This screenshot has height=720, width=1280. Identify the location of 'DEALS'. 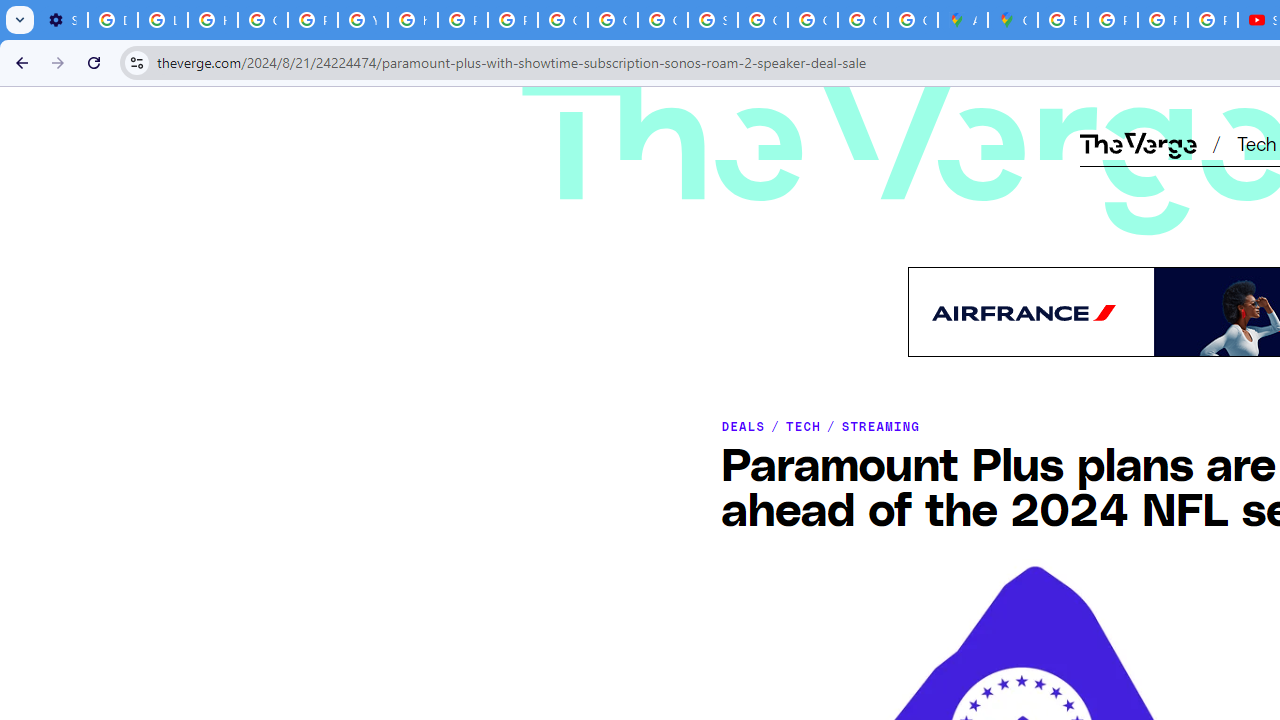
(742, 424).